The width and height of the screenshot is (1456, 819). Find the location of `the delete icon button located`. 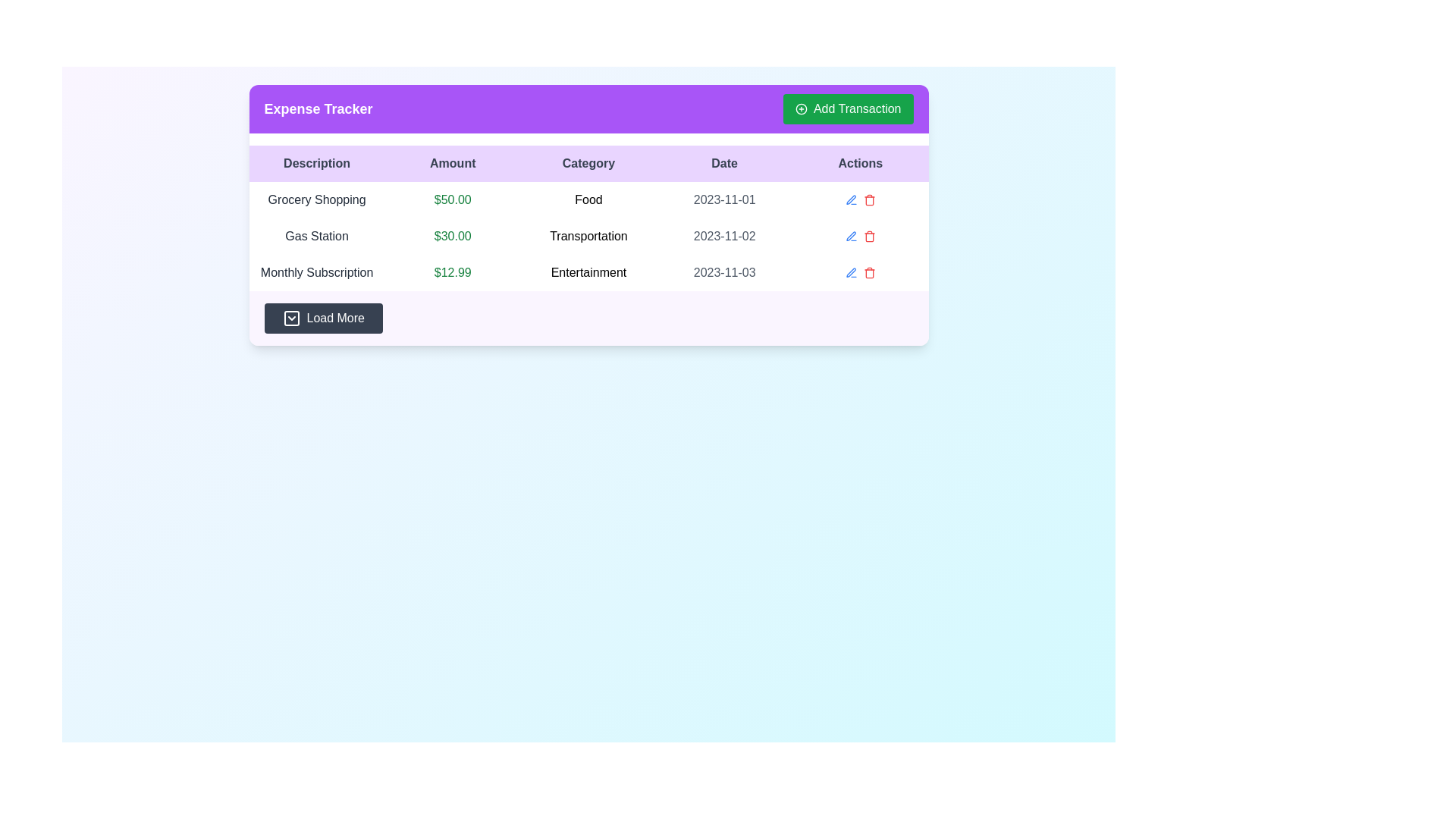

the delete icon button located is located at coordinates (869, 237).